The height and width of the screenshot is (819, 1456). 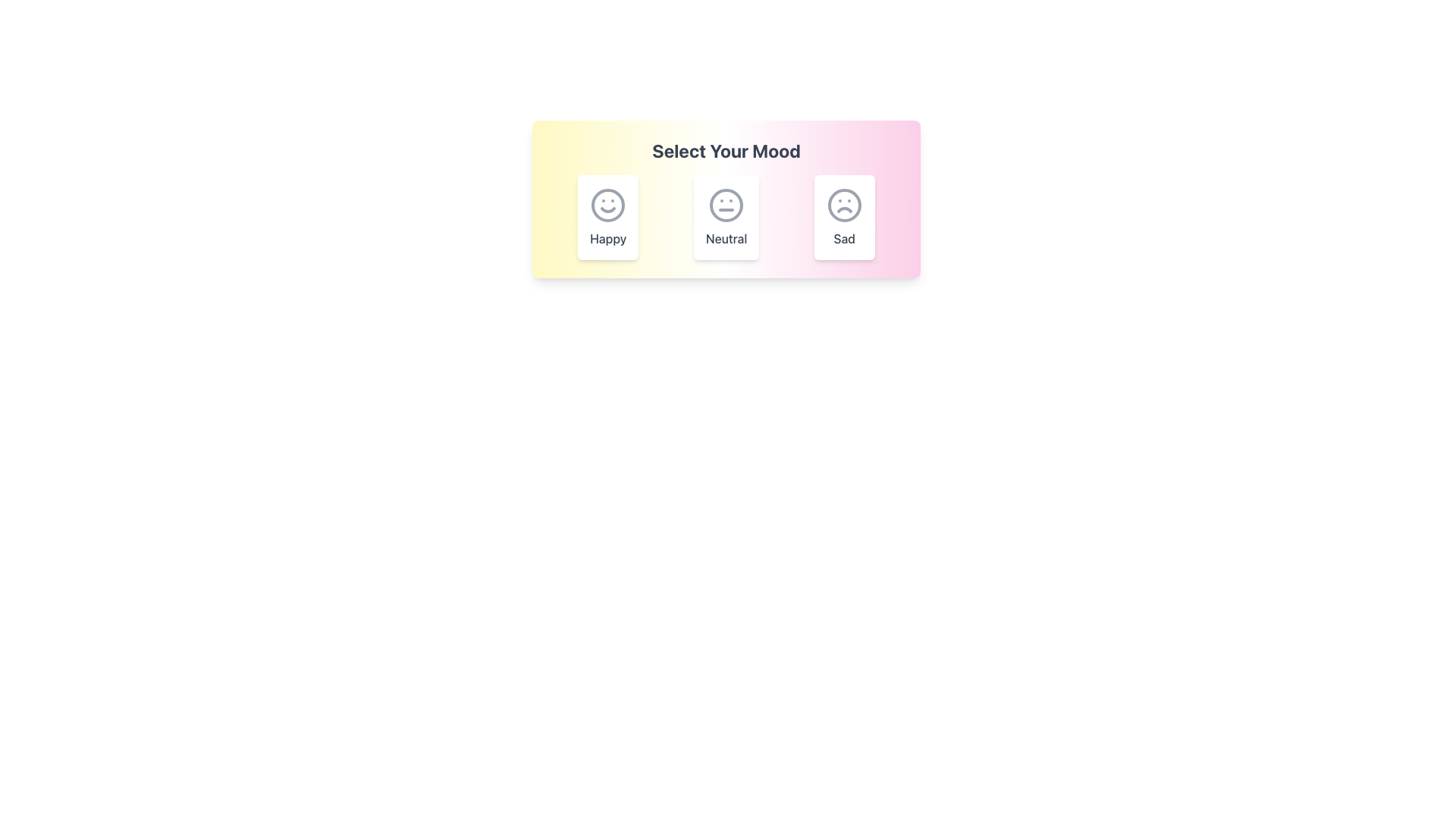 I want to click on text label 'Happy' which is styled with a medium font weight and gray color, located below the smiling face icon in the first card of three horizontally aligned cards, so click(x=608, y=239).